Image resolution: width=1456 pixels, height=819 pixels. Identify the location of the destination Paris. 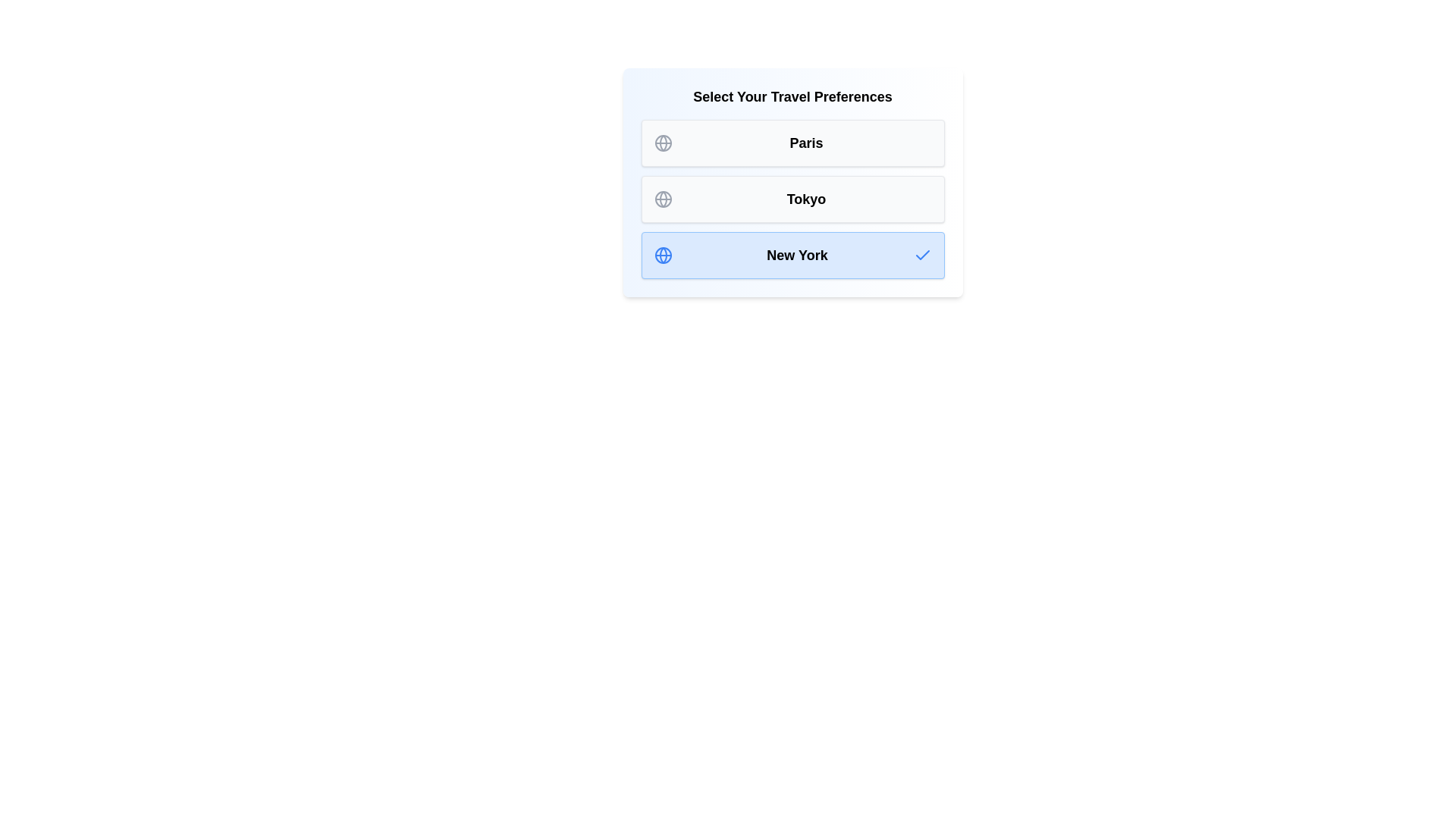
(792, 143).